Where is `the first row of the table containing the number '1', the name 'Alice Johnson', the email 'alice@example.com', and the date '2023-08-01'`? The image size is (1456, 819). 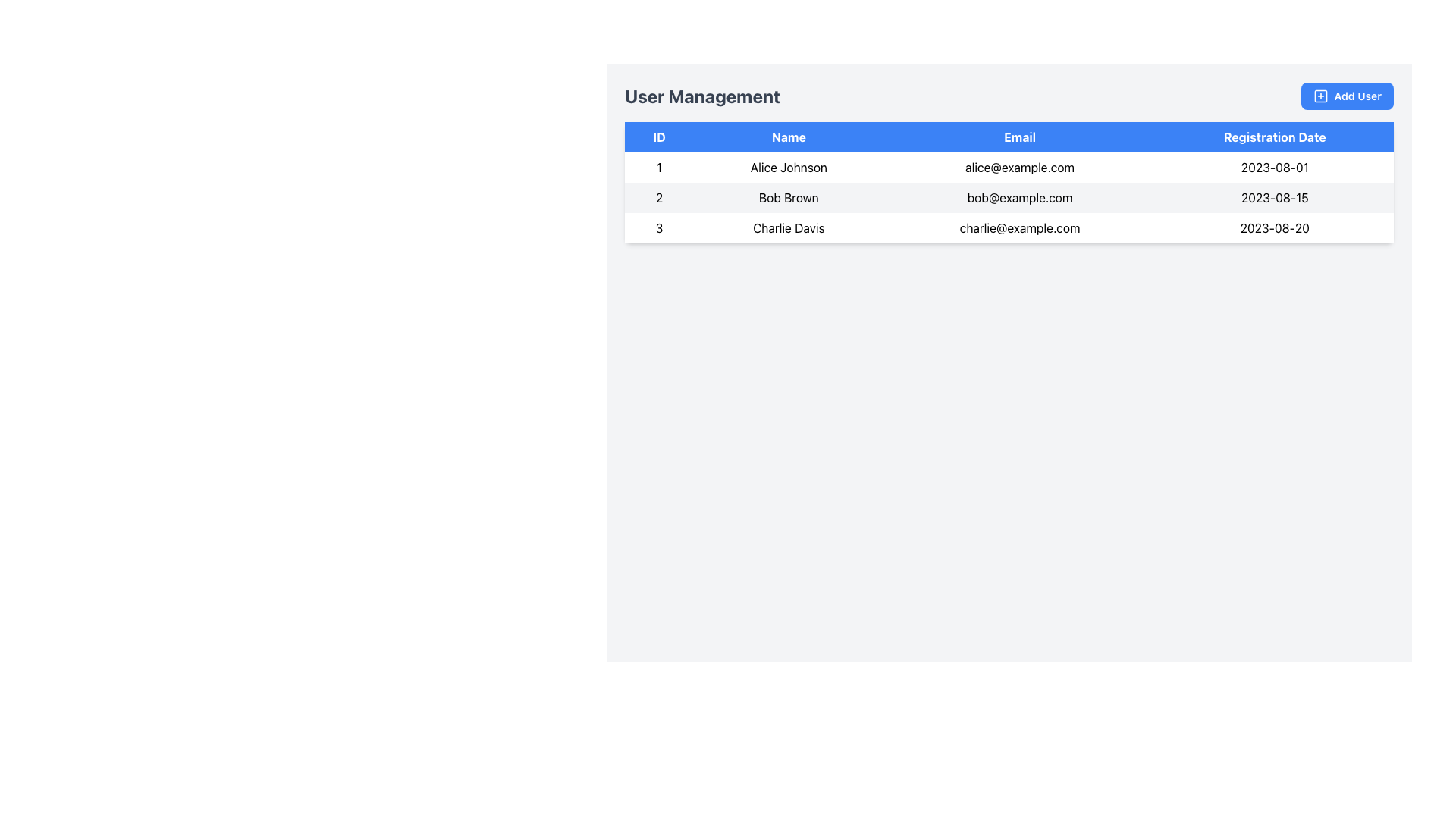 the first row of the table containing the number '1', the name 'Alice Johnson', the email 'alice@example.com', and the date '2023-08-01' is located at coordinates (1009, 167).